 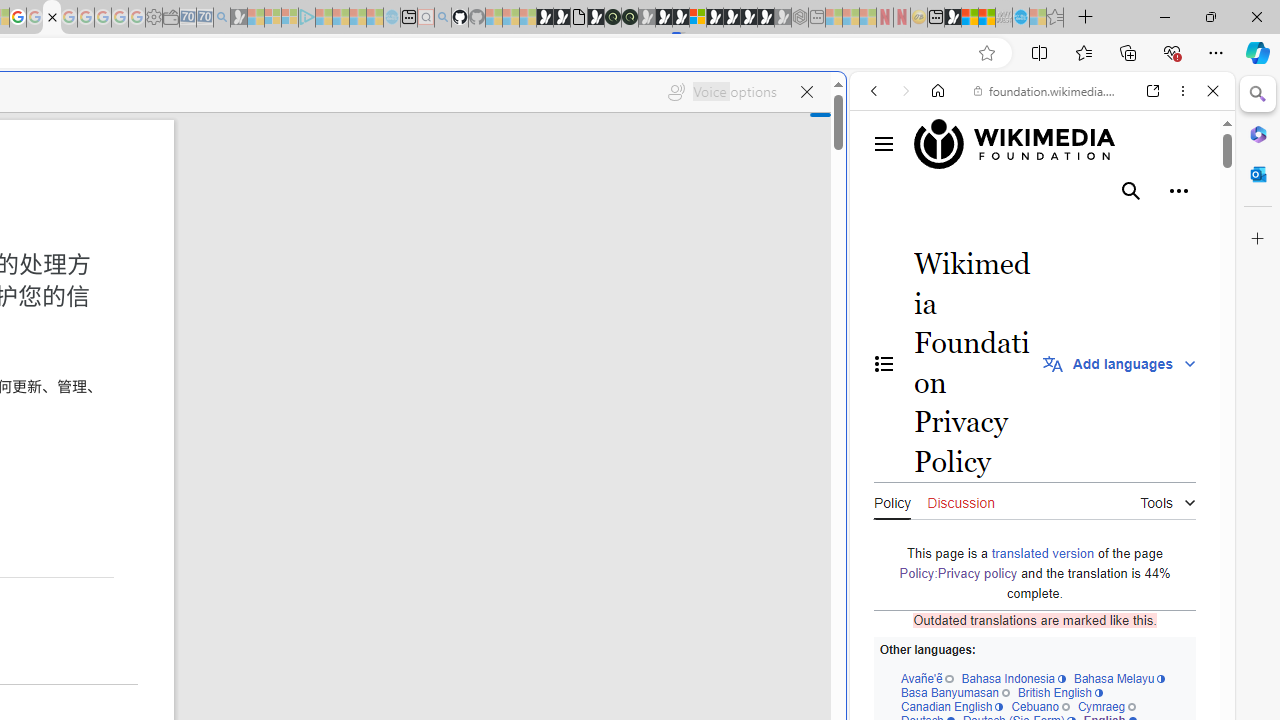 What do you see at coordinates (891, 499) in the screenshot?
I see `'Policy'` at bounding box center [891, 499].